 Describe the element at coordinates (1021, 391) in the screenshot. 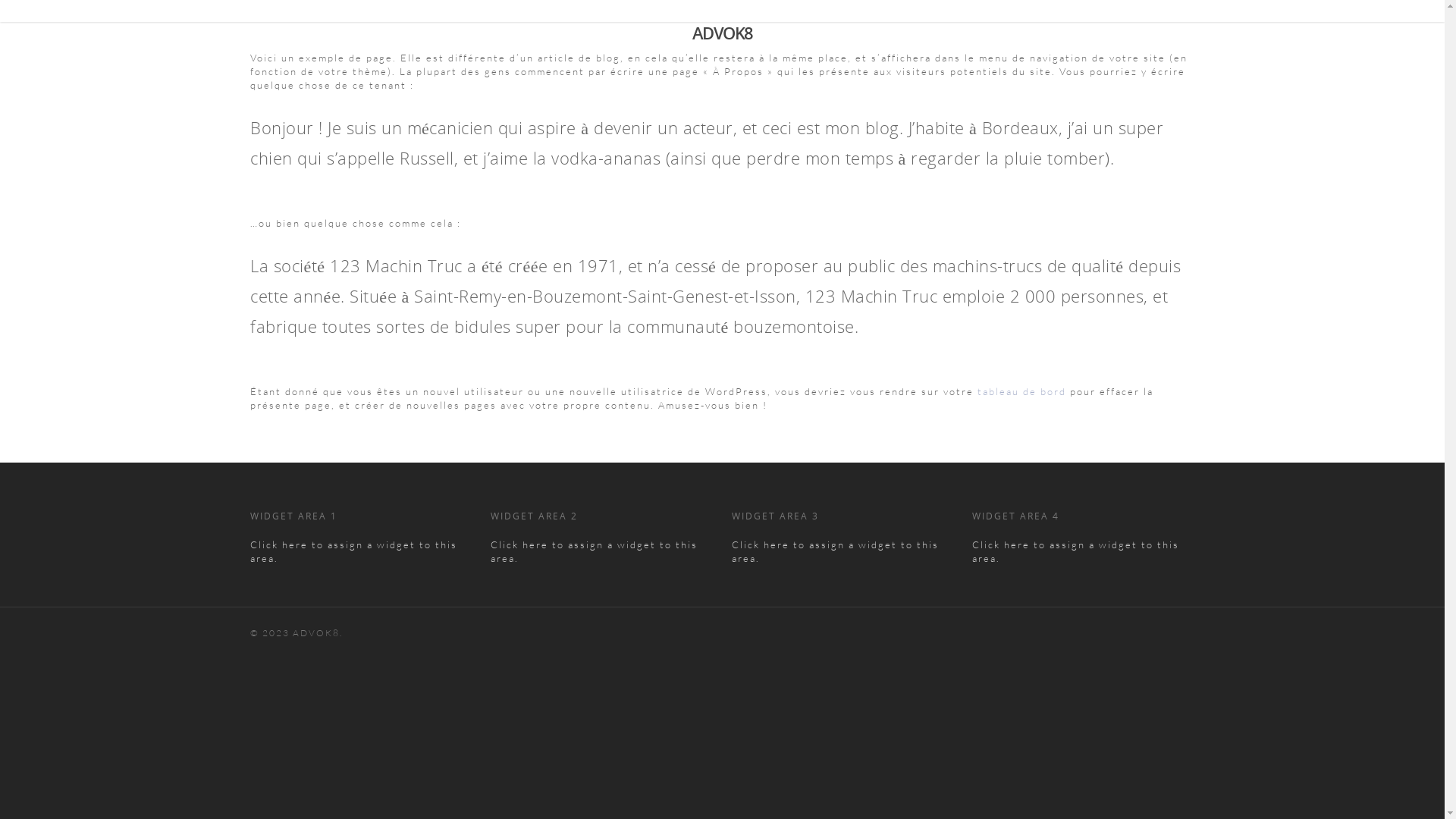

I see `'tableau de bord'` at that location.